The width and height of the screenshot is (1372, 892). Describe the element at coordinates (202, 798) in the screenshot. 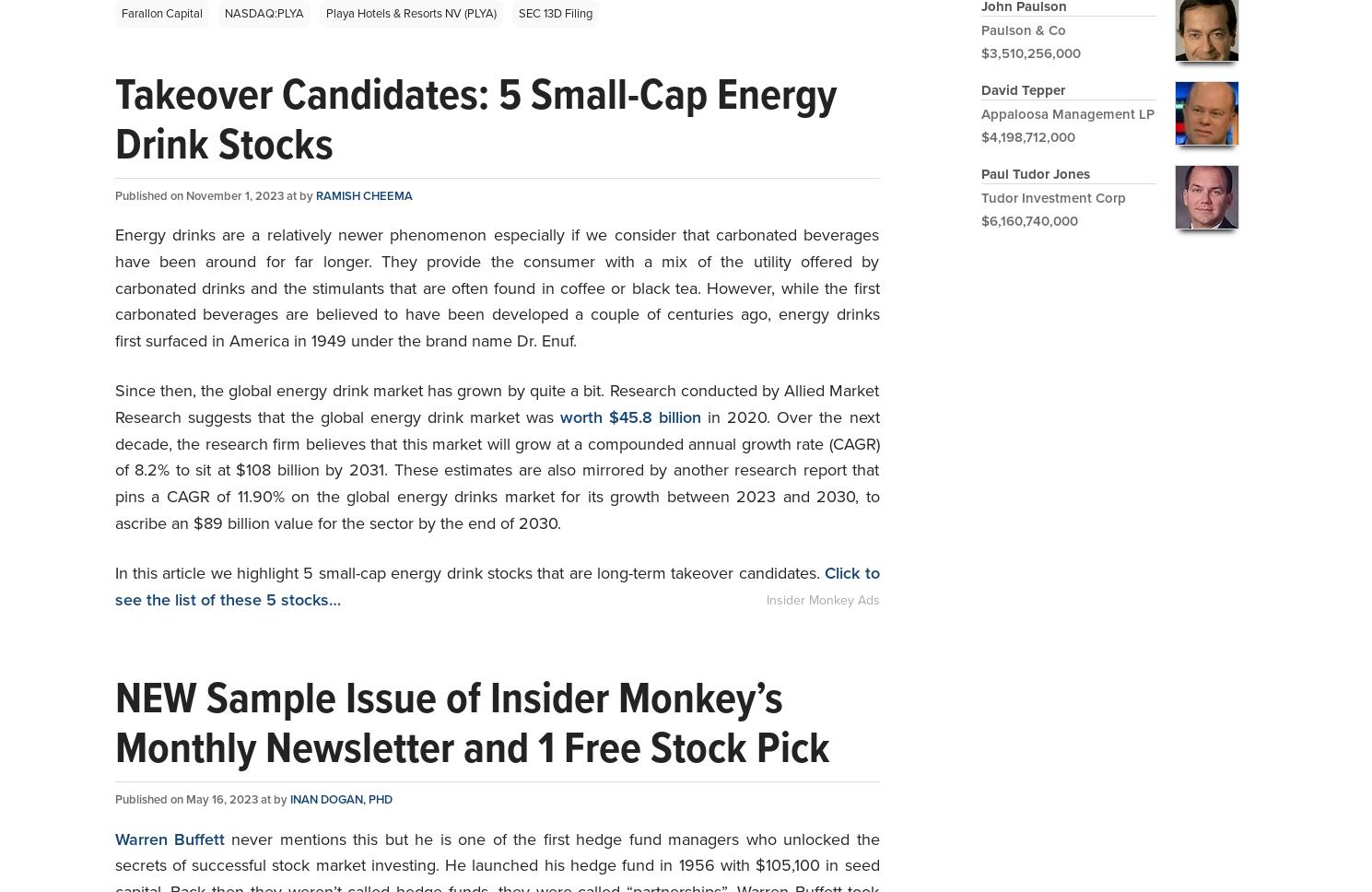

I see `'Published on May 16, 2023 at  by'` at that location.